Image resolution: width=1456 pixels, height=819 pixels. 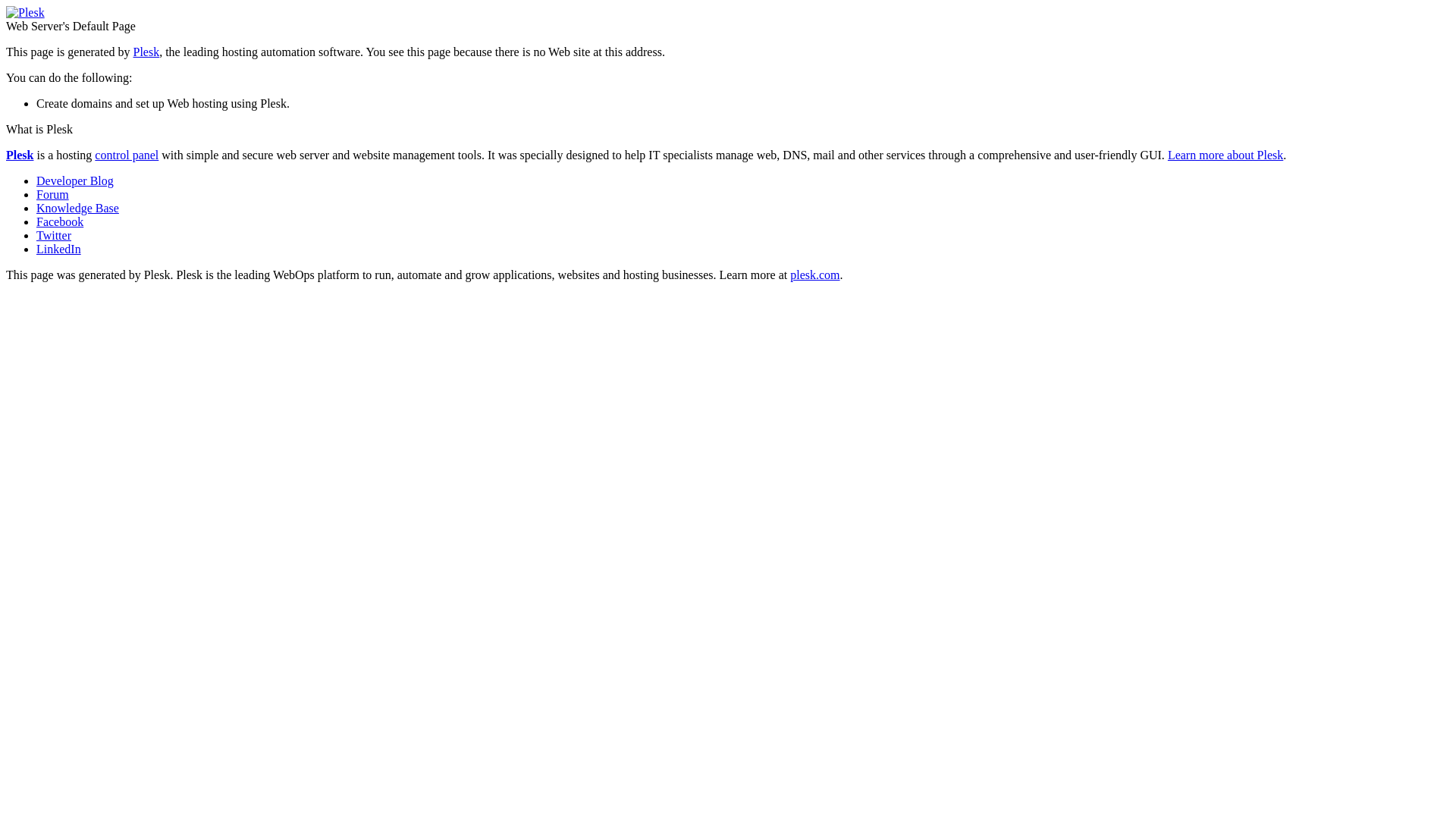 I want to click on 'LinkedIn', so click(x=36, y=248).